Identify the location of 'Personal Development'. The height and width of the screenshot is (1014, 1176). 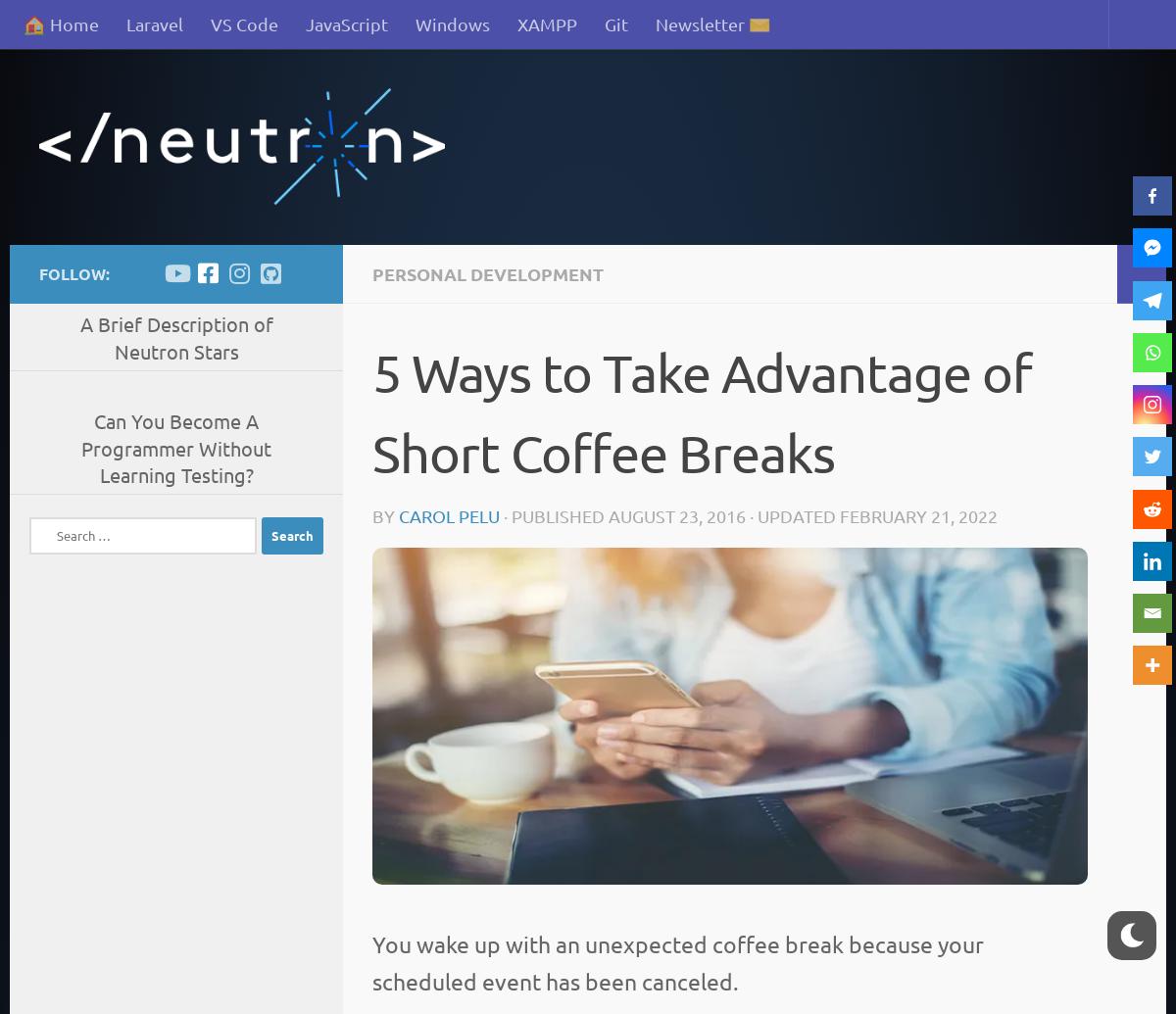
(487, 272).